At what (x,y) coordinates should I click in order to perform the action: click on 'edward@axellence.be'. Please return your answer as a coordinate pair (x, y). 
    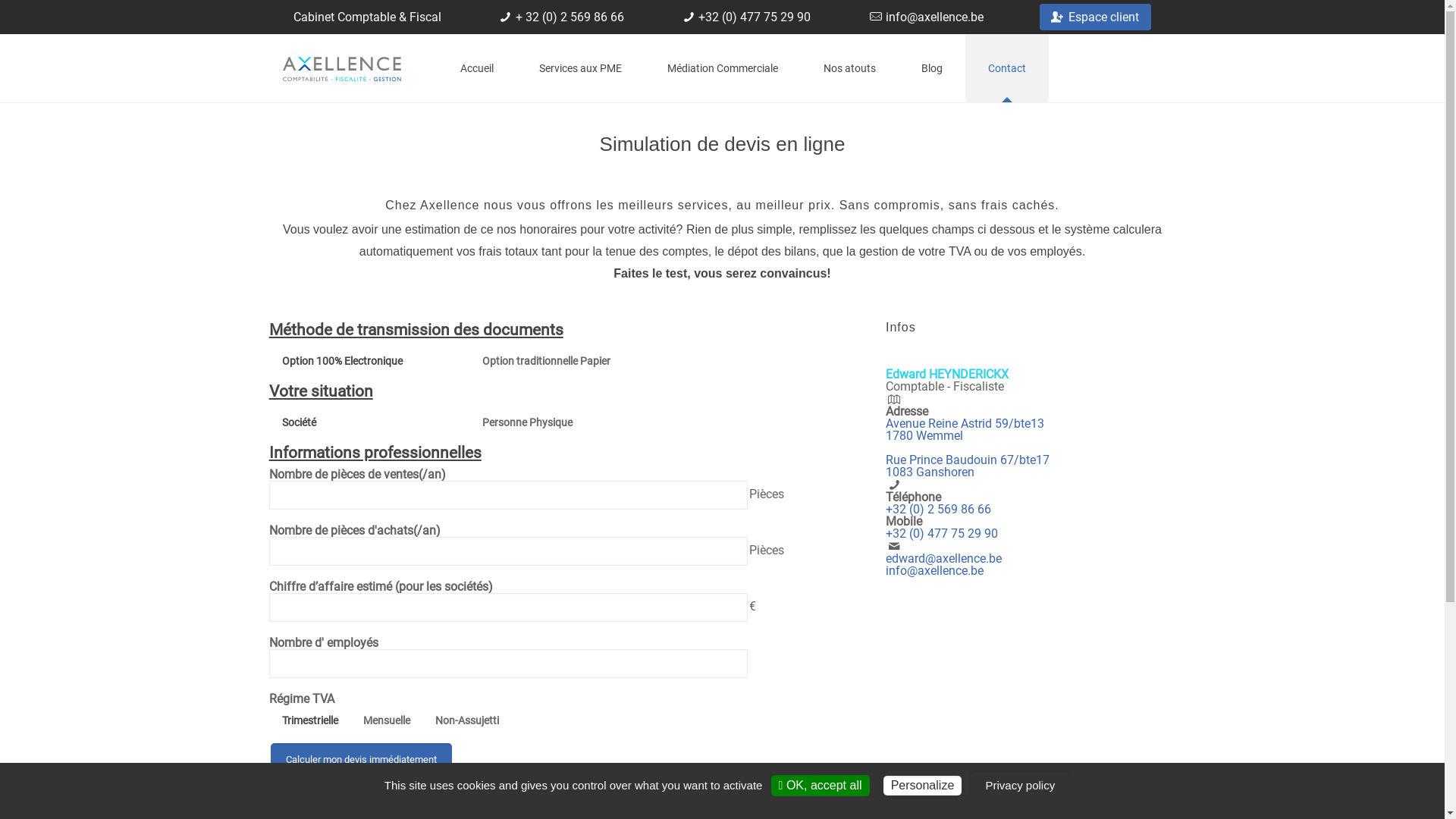
    Looking at the image, I should click on (943, 558).